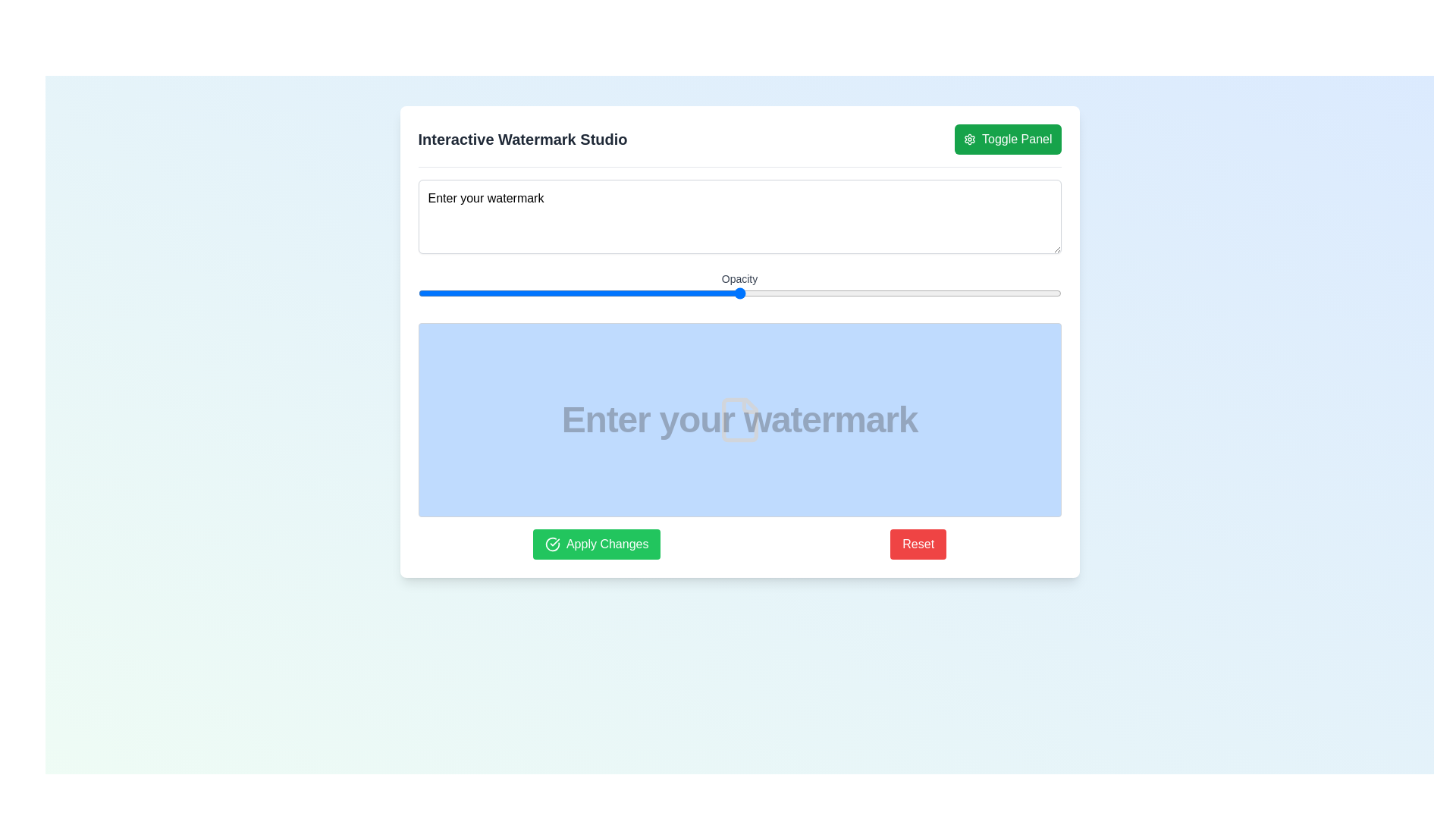 The image size is (1456, 819). What do you see at coordinates (739, 420) in the screenshot?
I see `the text display element that shows 'Enter your watermark', which is centrally positioned within a light blue background and aligned with a faint folder icon` at bounding box center [739, 420].